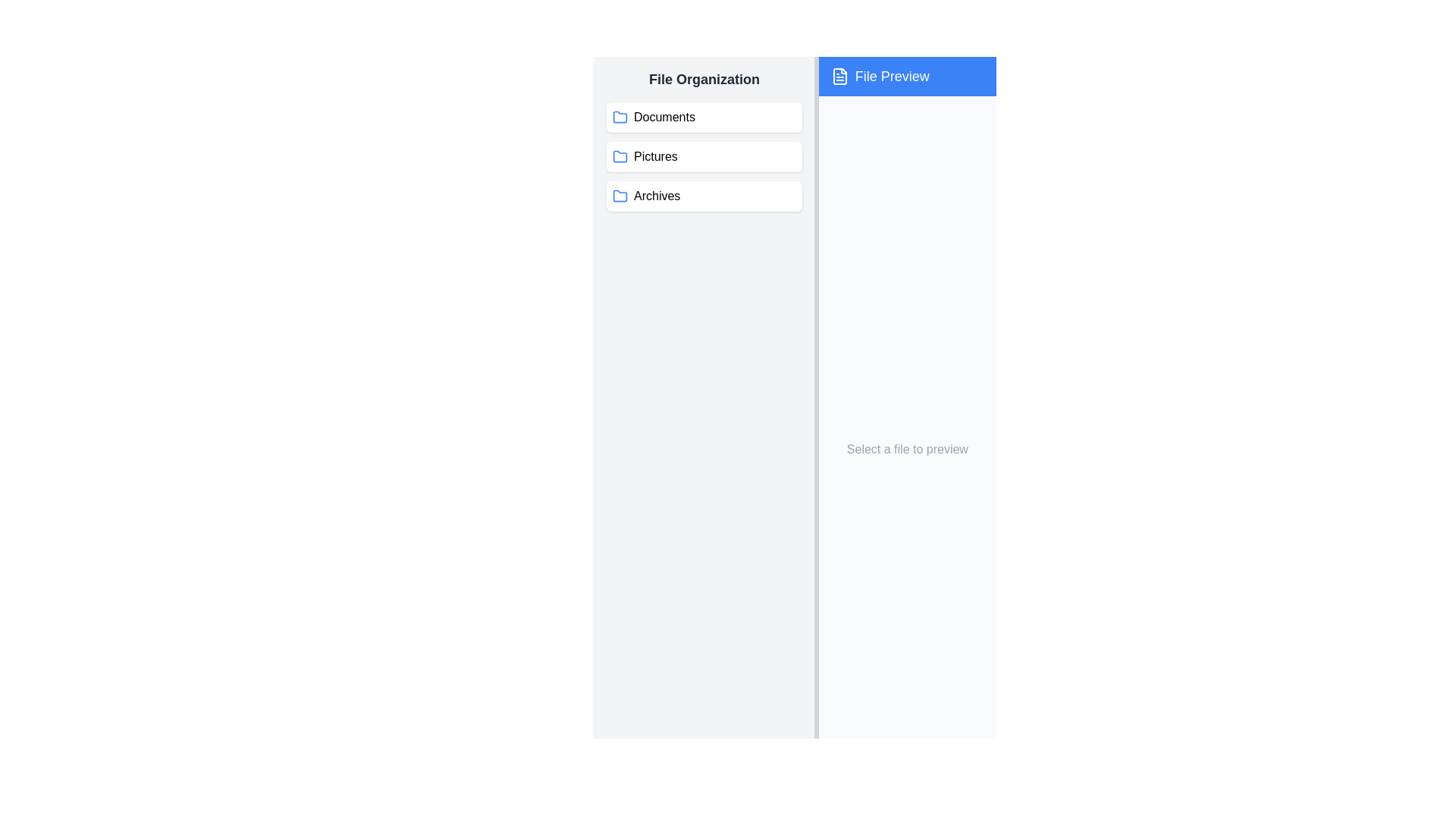 This screenshot has width=1456, height=819. Describe the element at coordinates (704, 116) in the screenshot. I see `the 'Documents' button in the left-hand panel of the 'File Organization' section to change its background color to light gray` at that location.